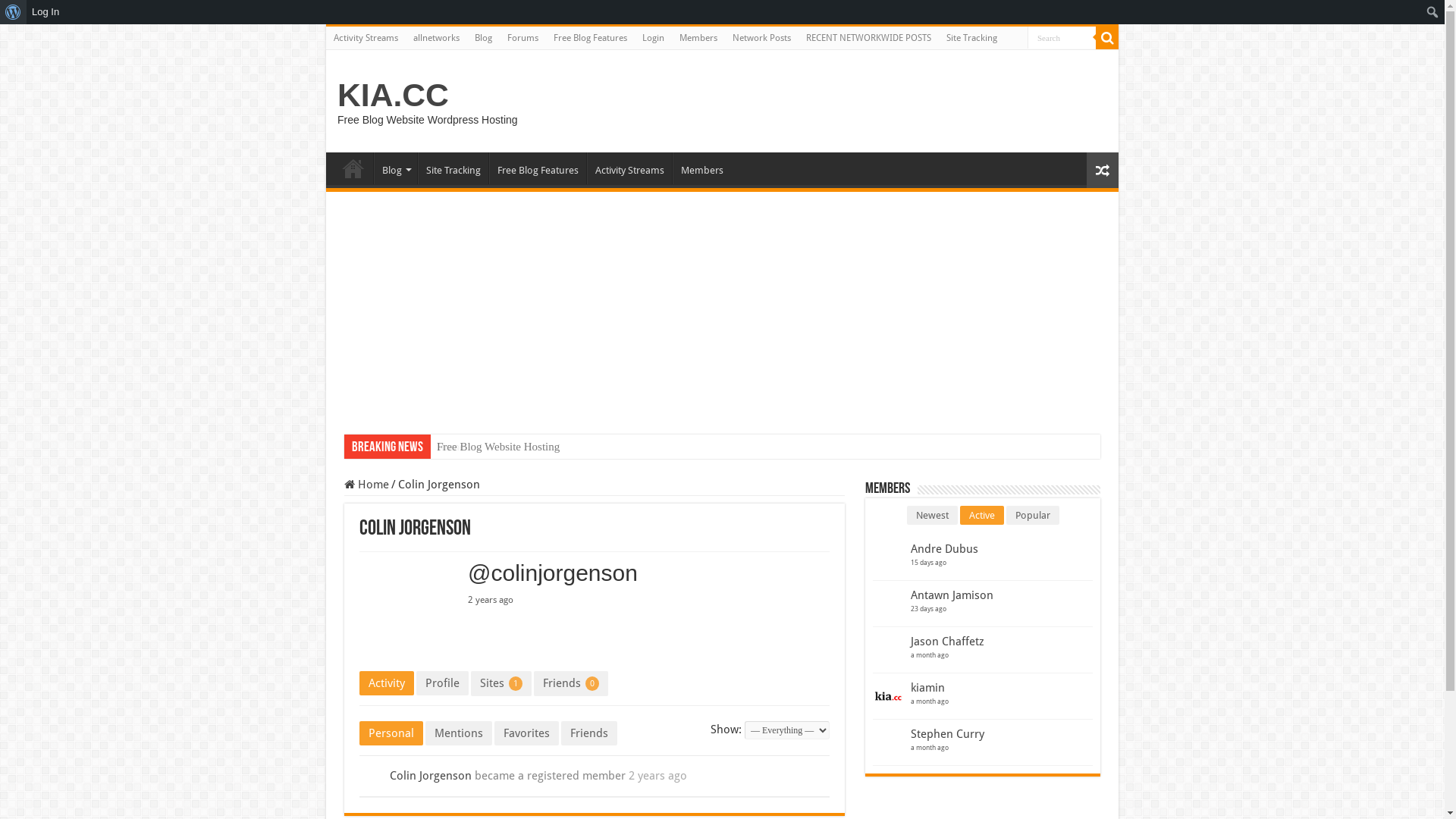 This screenshot has width=1456, height=819. Describe the element at coordinates (959, 514) in the screenshot. I see `'Active'` at that location.